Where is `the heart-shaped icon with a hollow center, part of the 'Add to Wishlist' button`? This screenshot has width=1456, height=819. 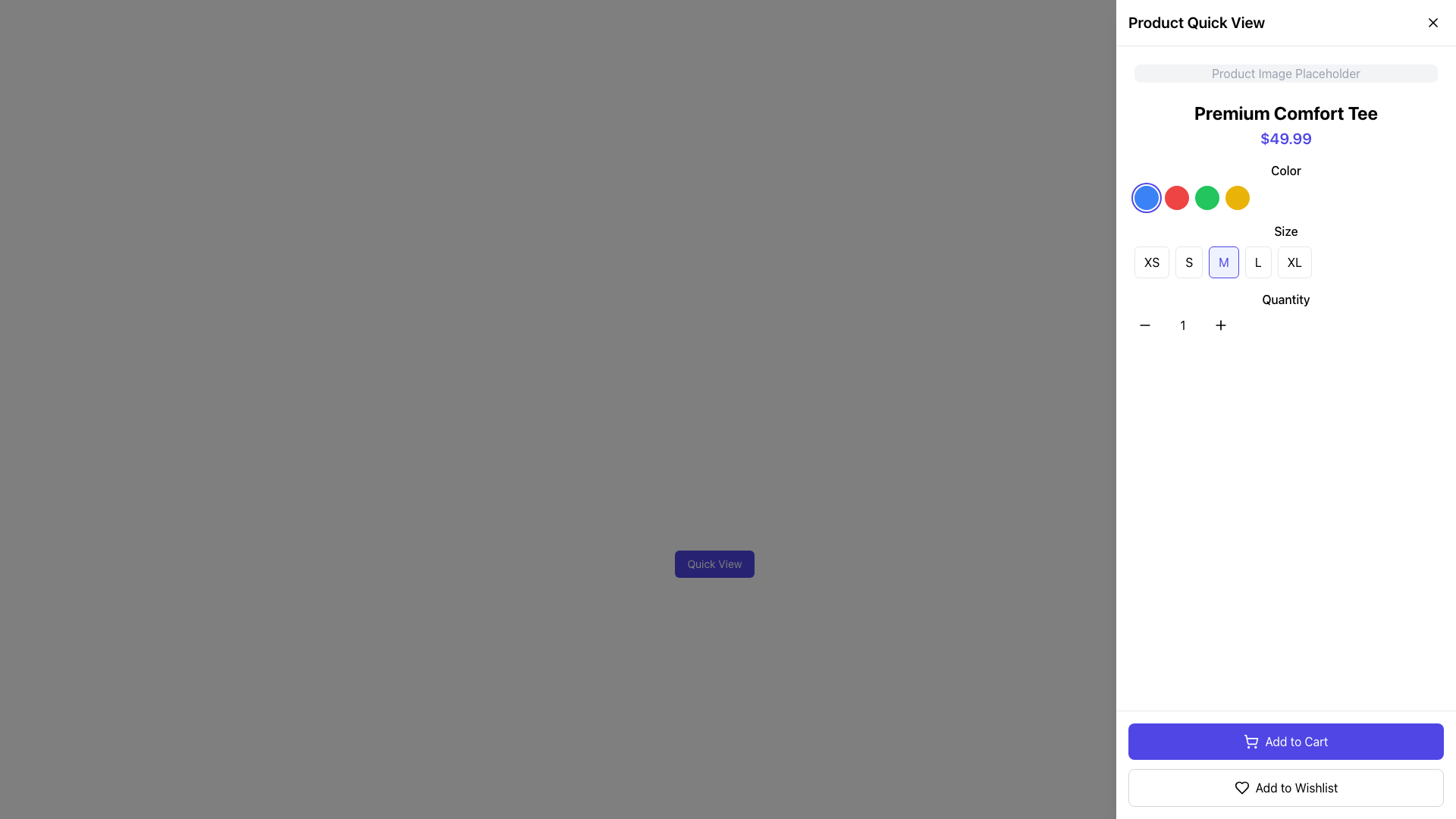 the heart-shaped icon with a hollow center, part of the 'Add to Wishlist' button is located at coordinates (1241, 786).